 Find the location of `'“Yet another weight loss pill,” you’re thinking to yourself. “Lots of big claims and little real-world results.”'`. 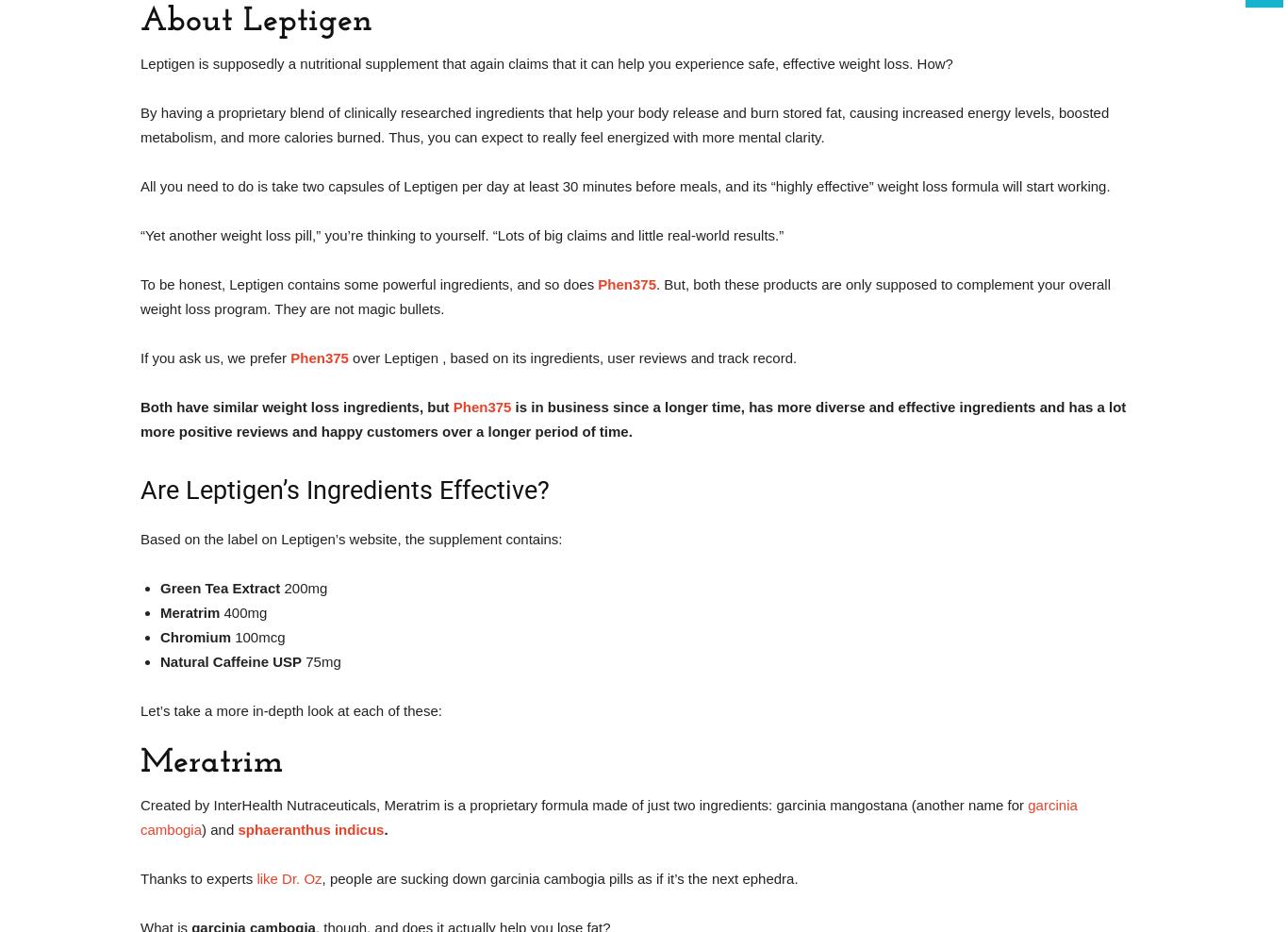

'“Yet another weight loss pill,” you’re thinking to yourself. “Lots of big claims and little real-world results.”' is located at coordinates (461, 234).